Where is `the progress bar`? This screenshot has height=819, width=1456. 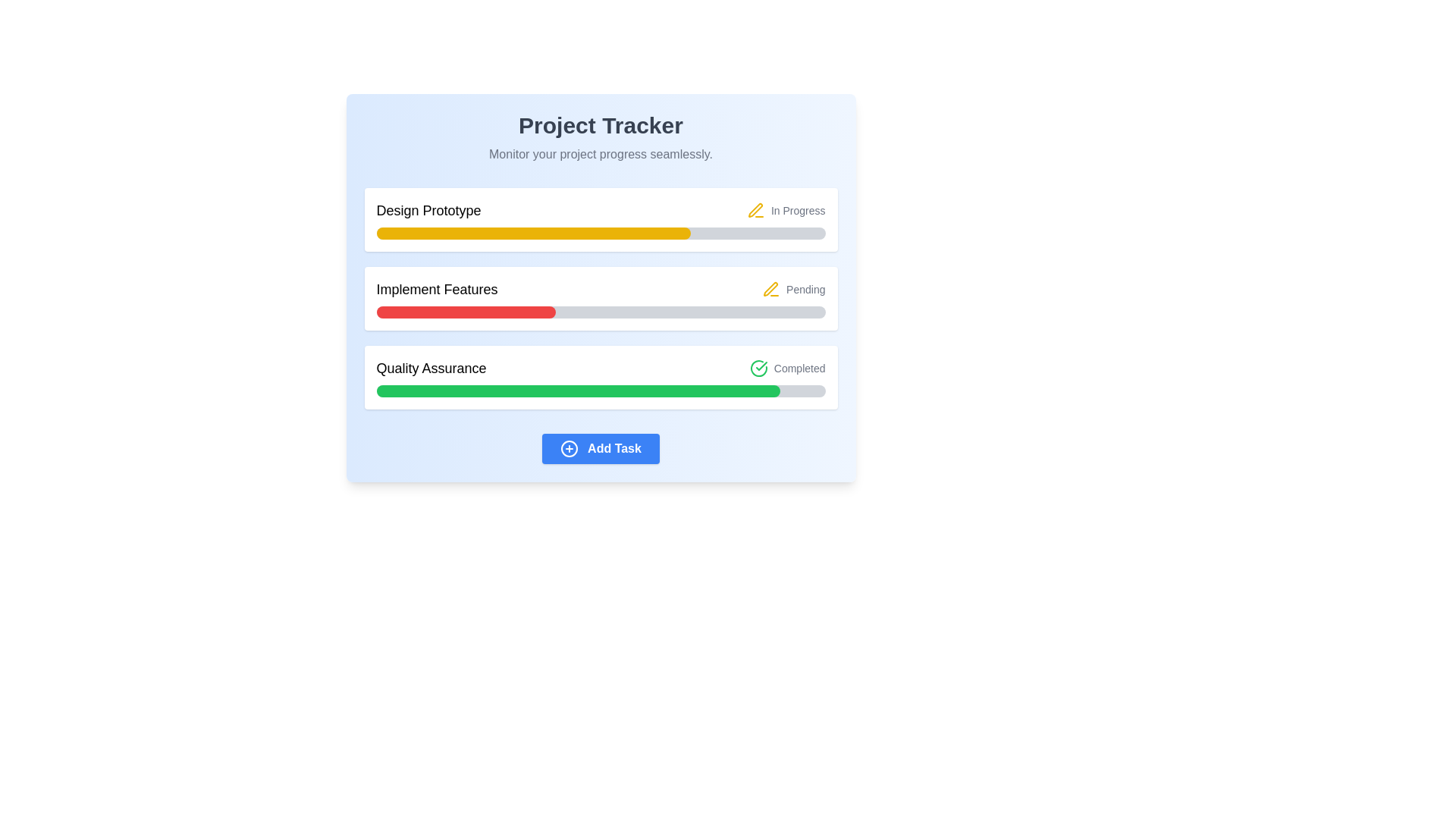
the progress bar is located at coordinates (604, 234).